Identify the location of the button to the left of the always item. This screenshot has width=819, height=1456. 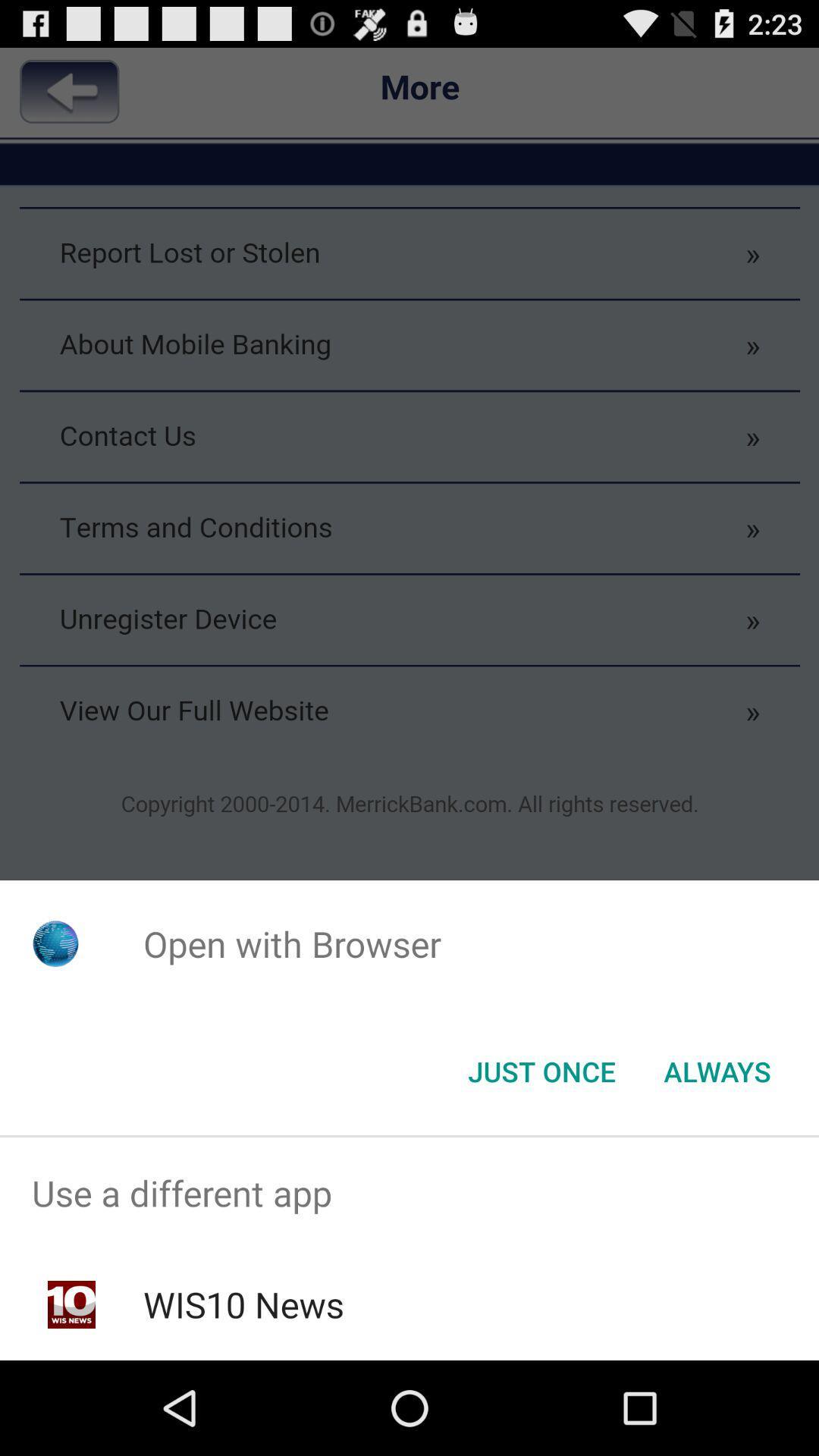
(541, 1070).